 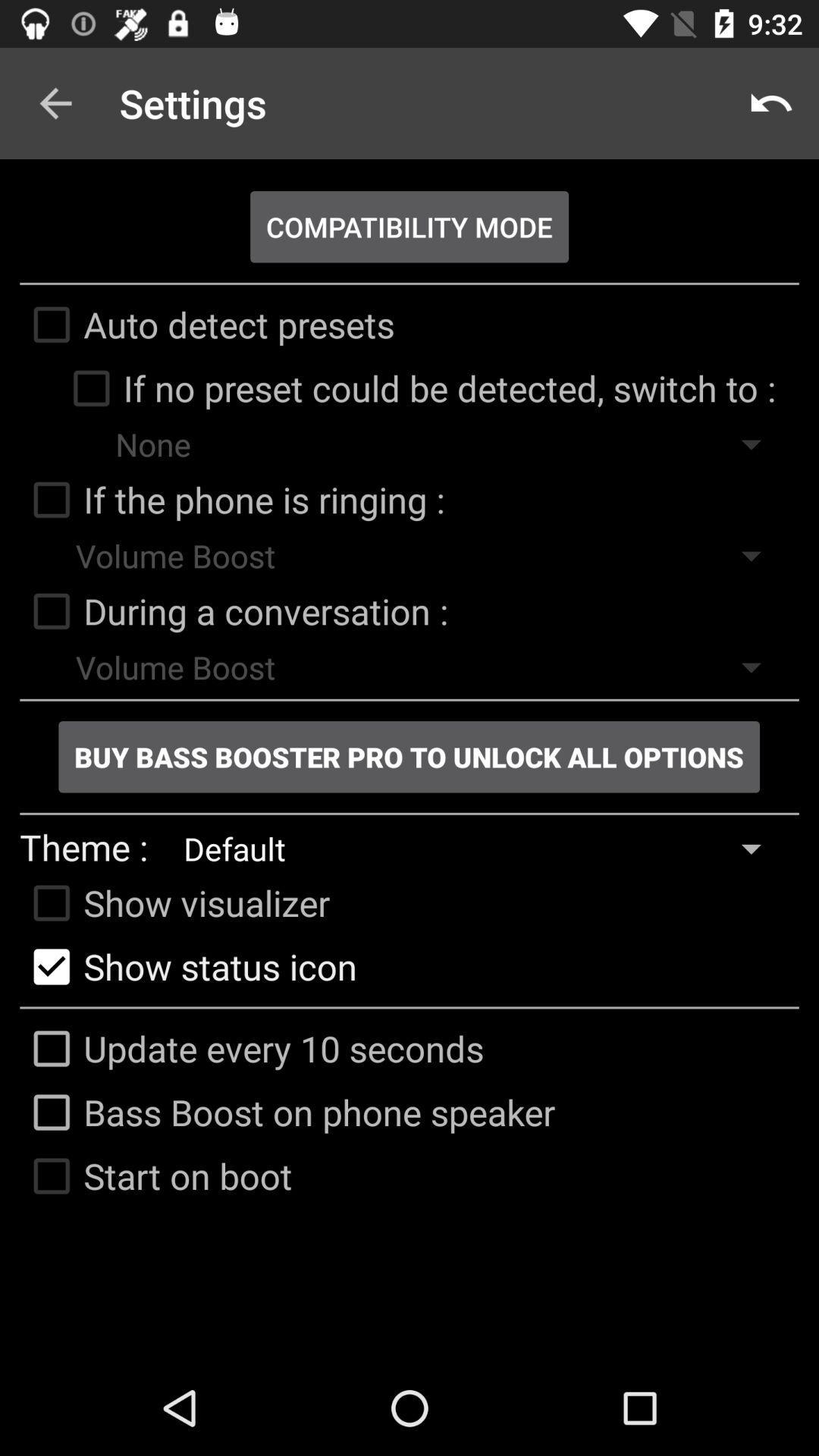 I want to click on app below settings app, so click(x=409, y=226).